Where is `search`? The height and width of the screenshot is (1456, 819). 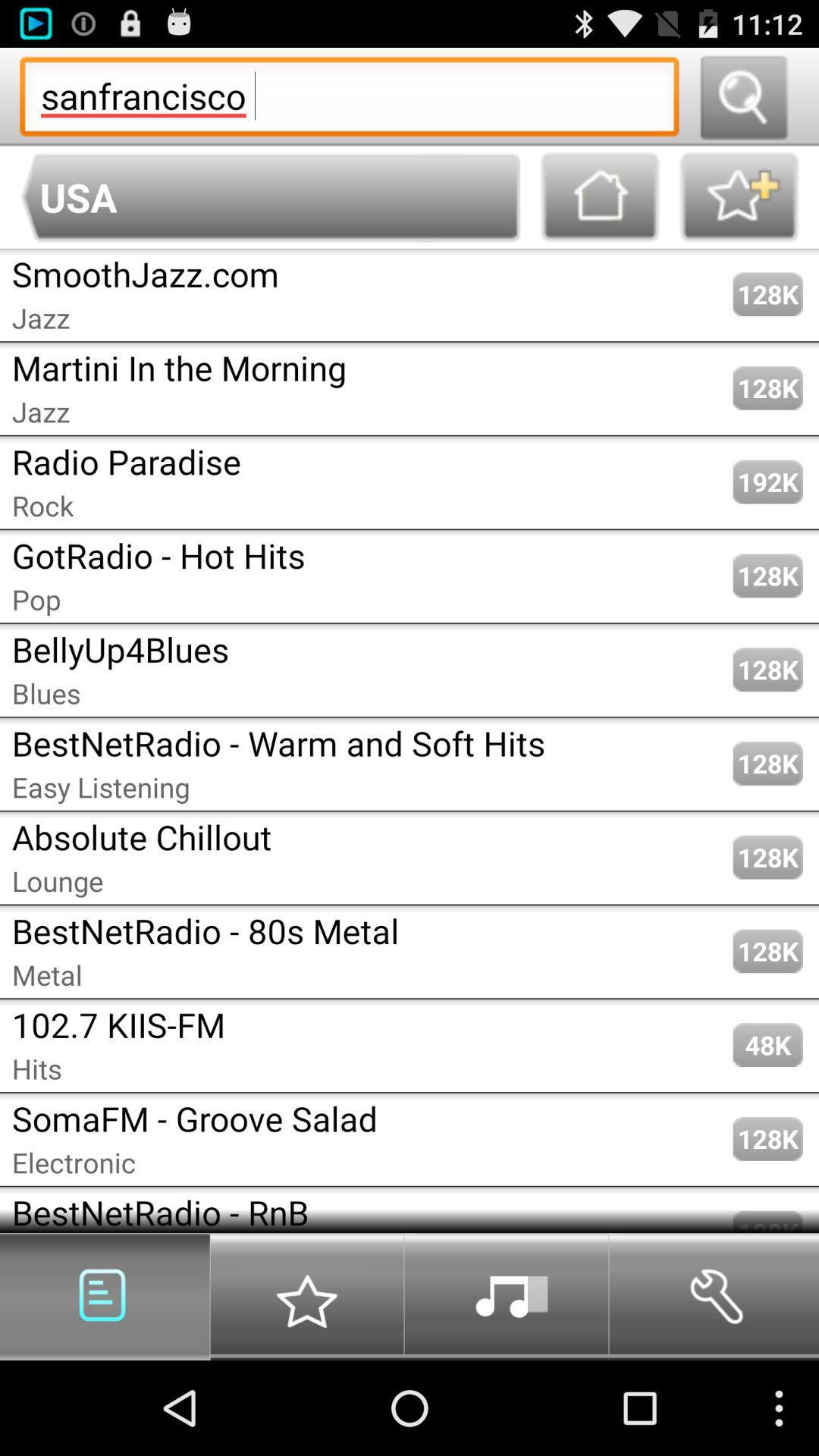 search is located at coordinates (742, 96).